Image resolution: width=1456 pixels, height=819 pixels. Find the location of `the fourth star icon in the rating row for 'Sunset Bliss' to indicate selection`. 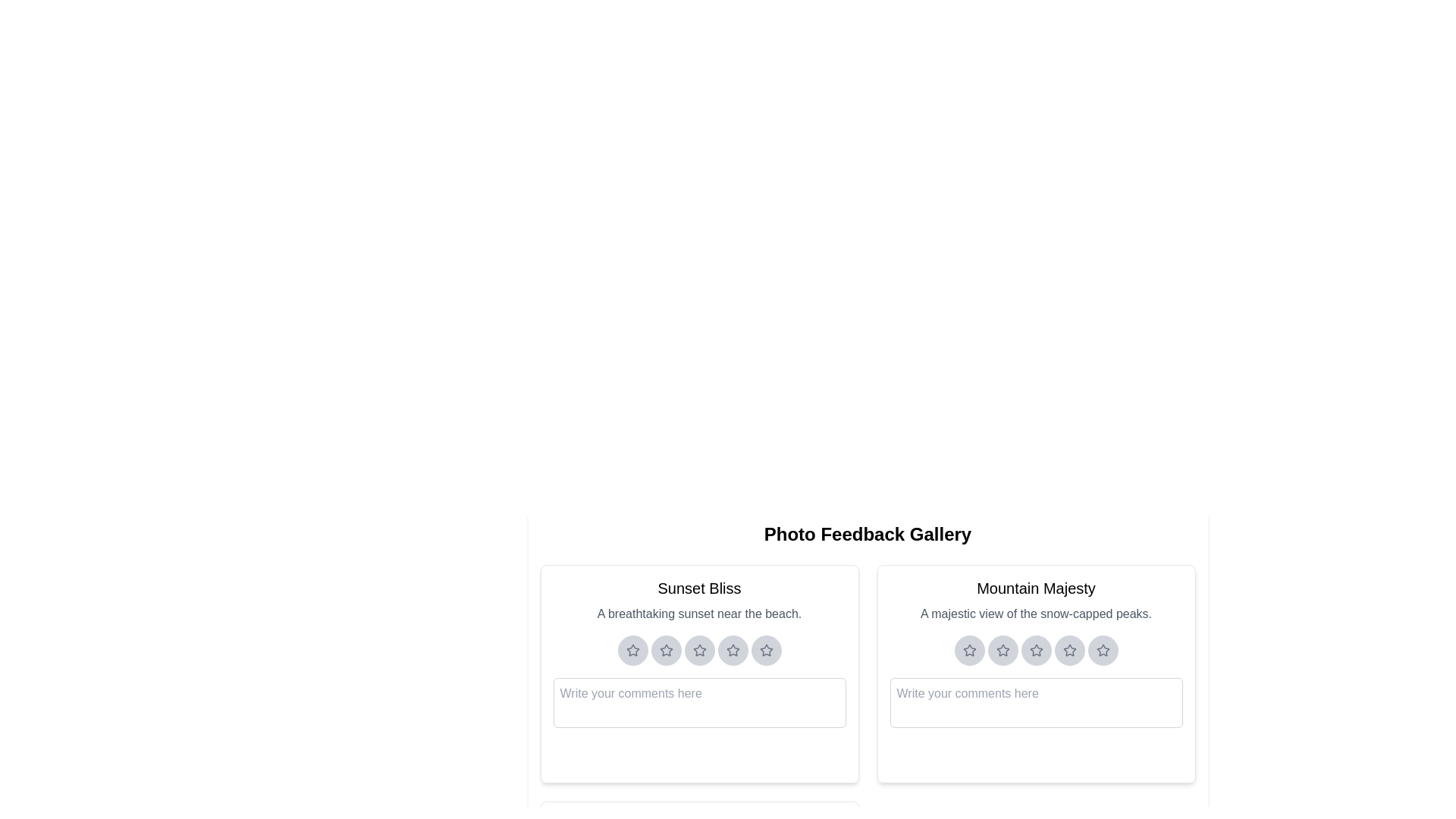

the fourth star icon in the rating row for 'Sunset Bliss' to indicate selection is located at coordinates (733, 649).